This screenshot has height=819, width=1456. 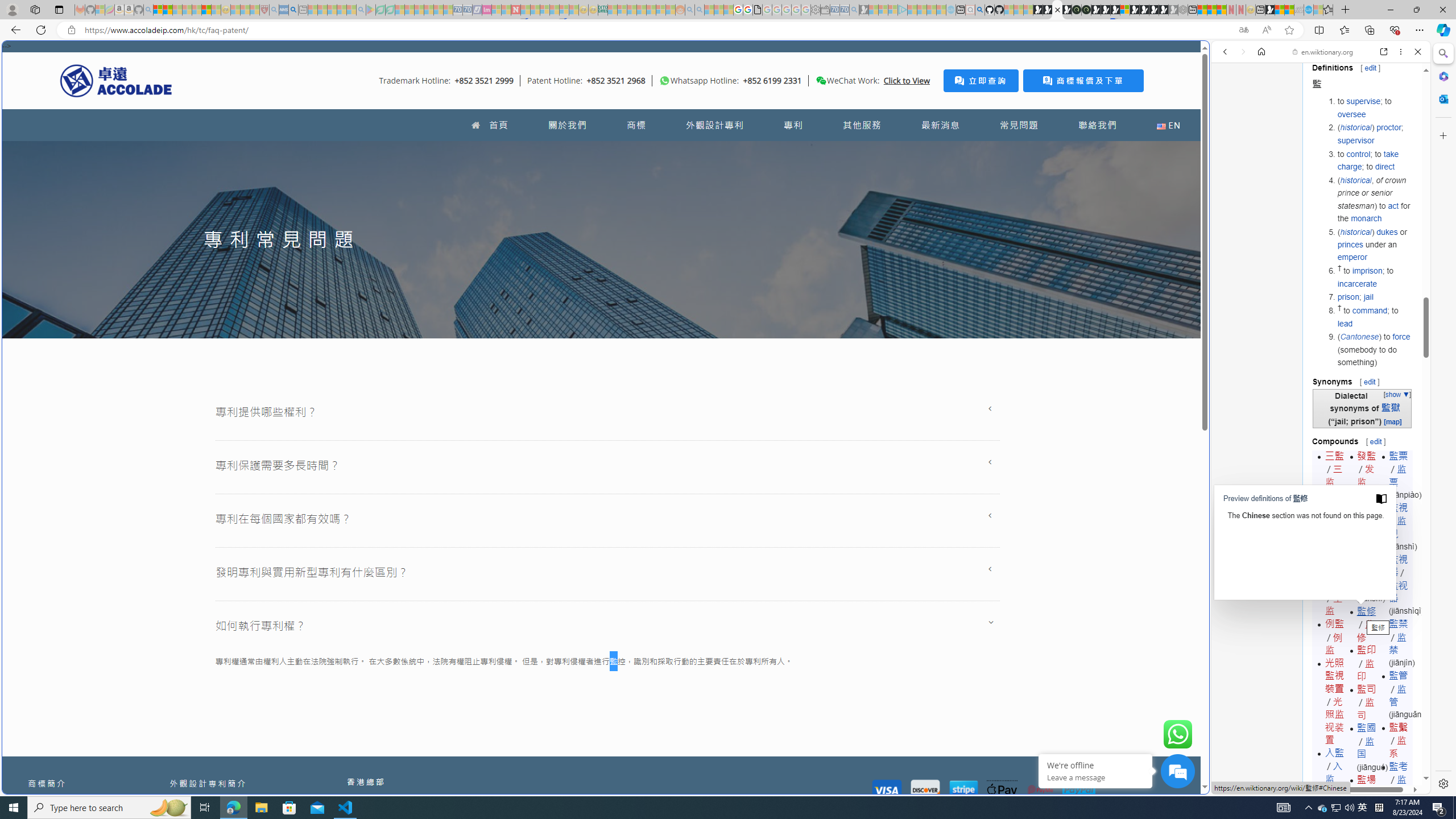 What do you see at coordinates (1374, 134) in the screenshot?
I see `'(historical) proctor; supervisor'` at bounding box center [1374, 134].